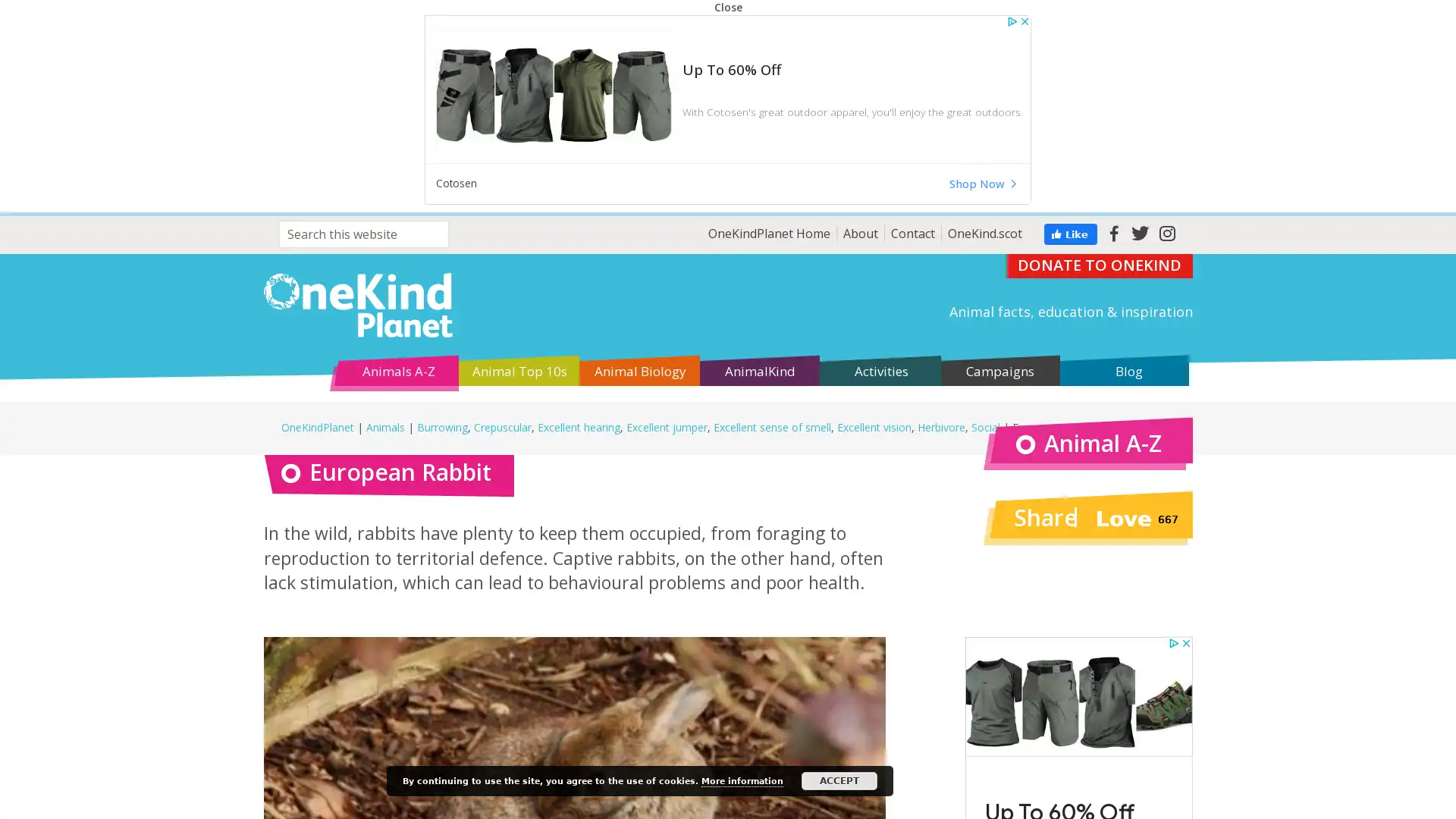 Image resolution: width=1456 pixels, height=819 pixels. I want to click on Search, so click(447, 220).